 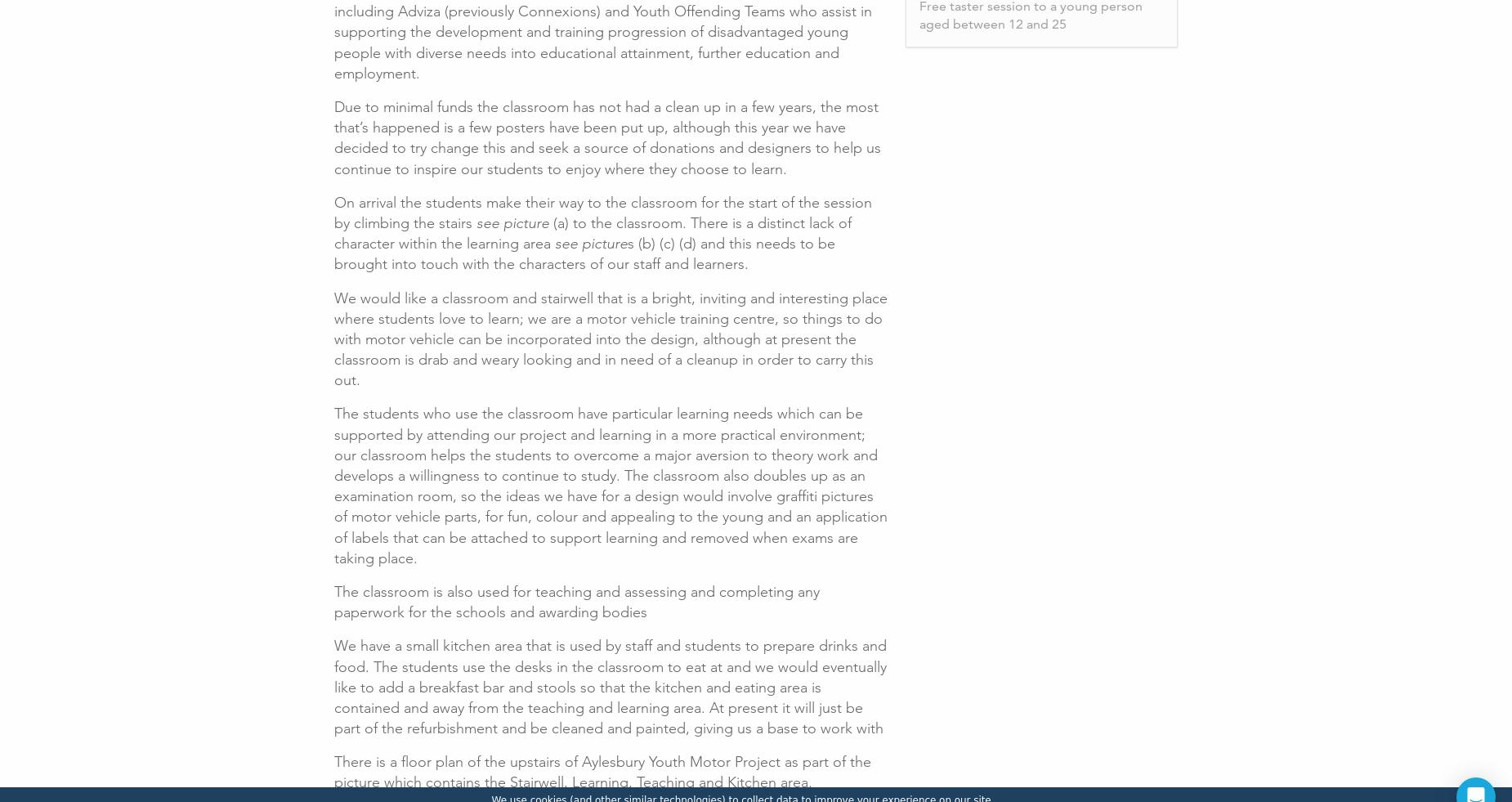 What do you see at coordinates (333, 772) in the screenshot?
I see `'There is a floor plan of the upstairs of Aylesbury Youth Motor Project as part of the picture which contains the Stairwell, Learning, Teaching and Kitchen area.'` at bounding box center [333, 772].